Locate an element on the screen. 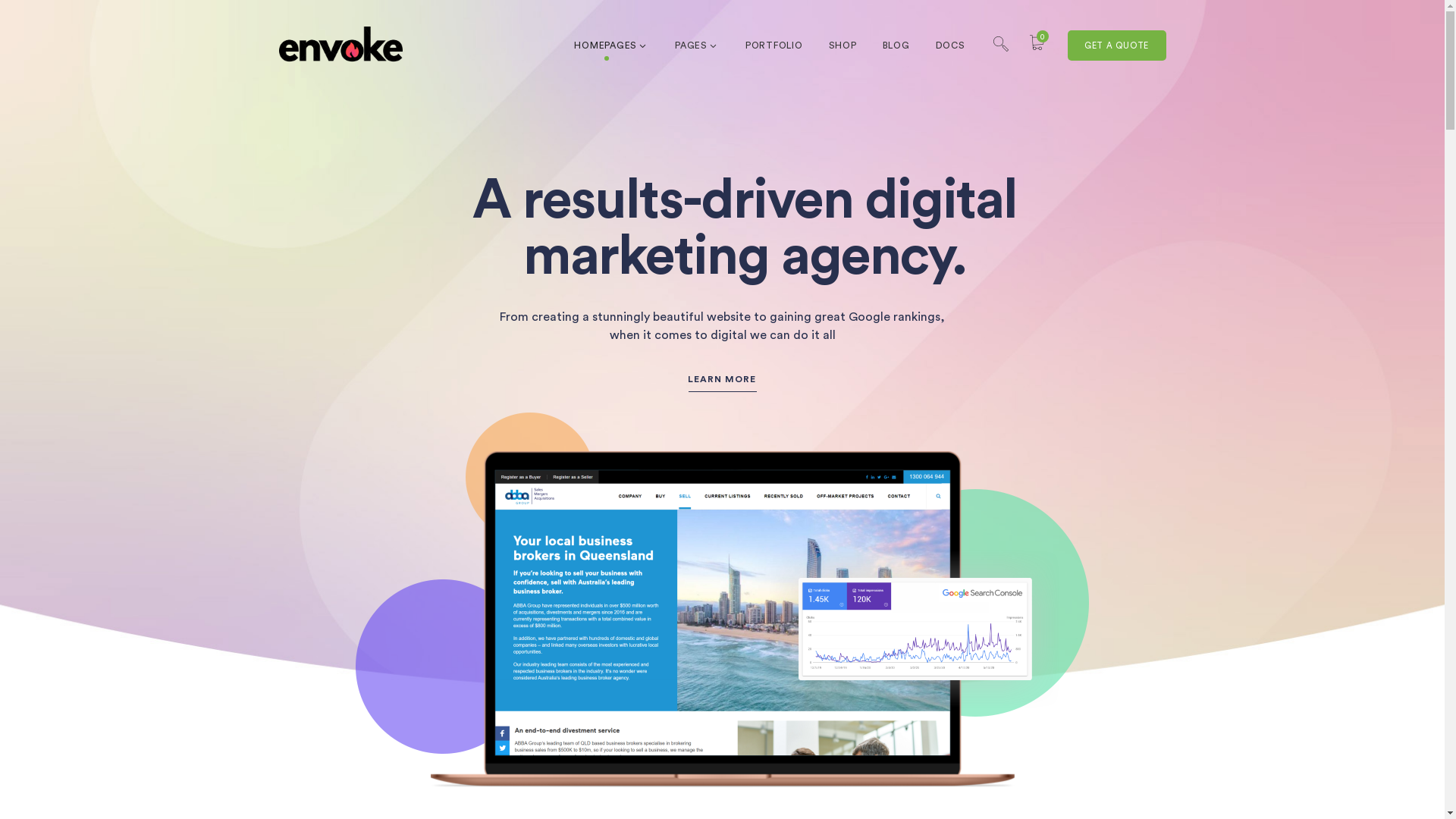 The height and width of the screenshot is (819, 1456). 'SHOP' is located at coordinates (841, 45).